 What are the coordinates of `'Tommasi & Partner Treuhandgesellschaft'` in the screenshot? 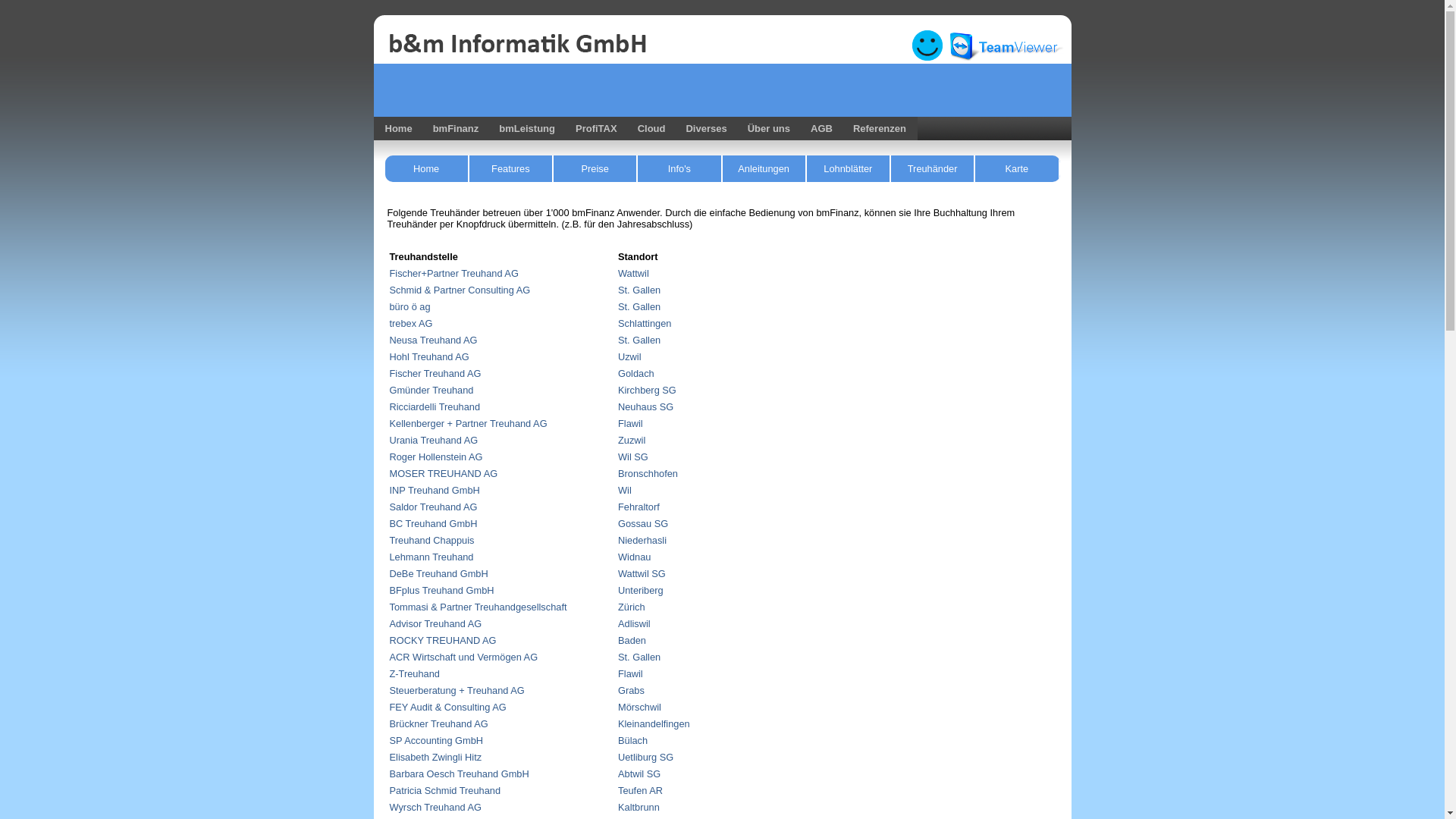 It's located at (389, 606).